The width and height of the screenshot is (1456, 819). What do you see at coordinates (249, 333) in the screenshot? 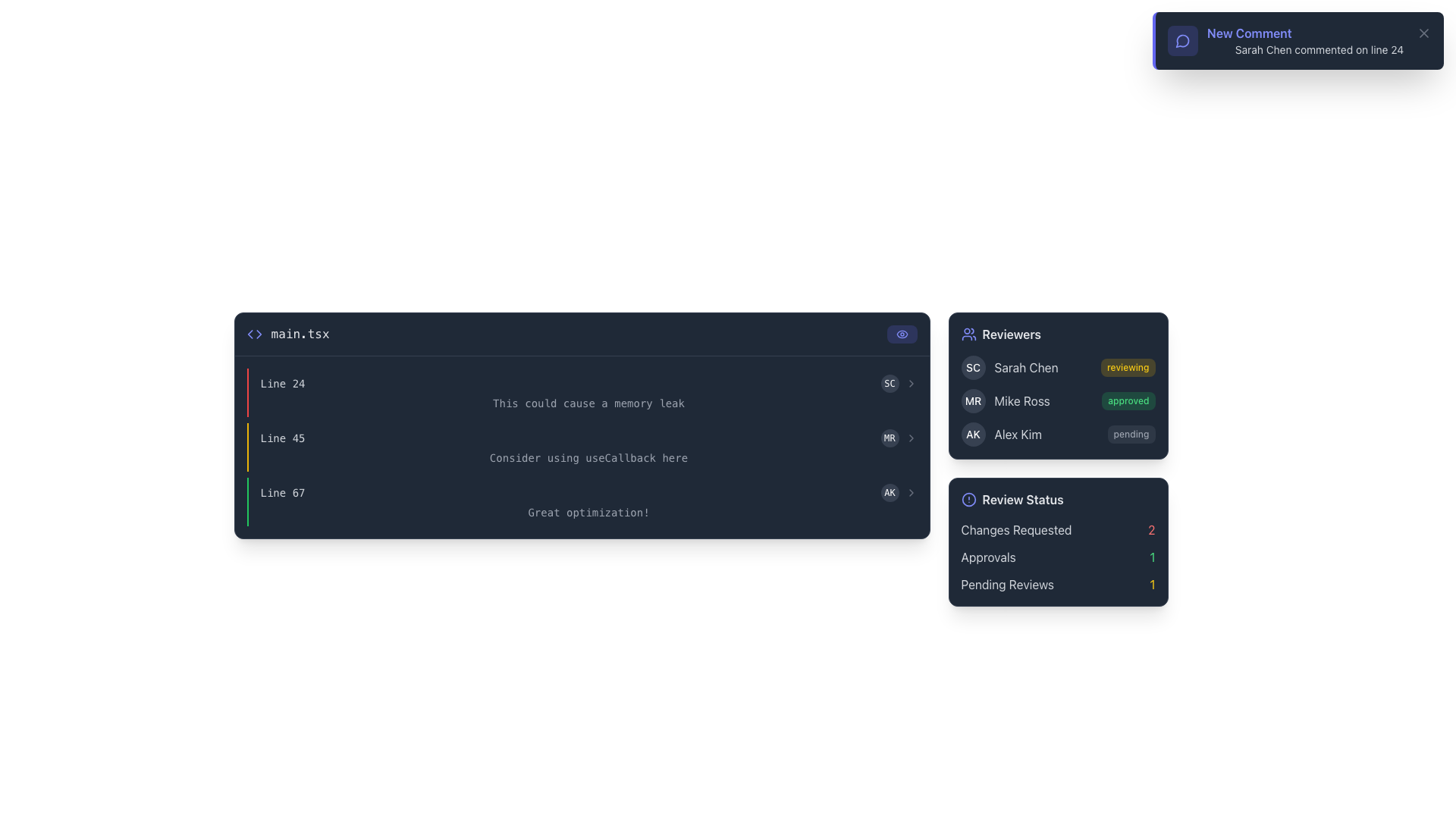
I see `the left-facing arrow icon, which is the second of two directional arrows in the interface, positioned near the top left corner` at bounding box center [249, 333].